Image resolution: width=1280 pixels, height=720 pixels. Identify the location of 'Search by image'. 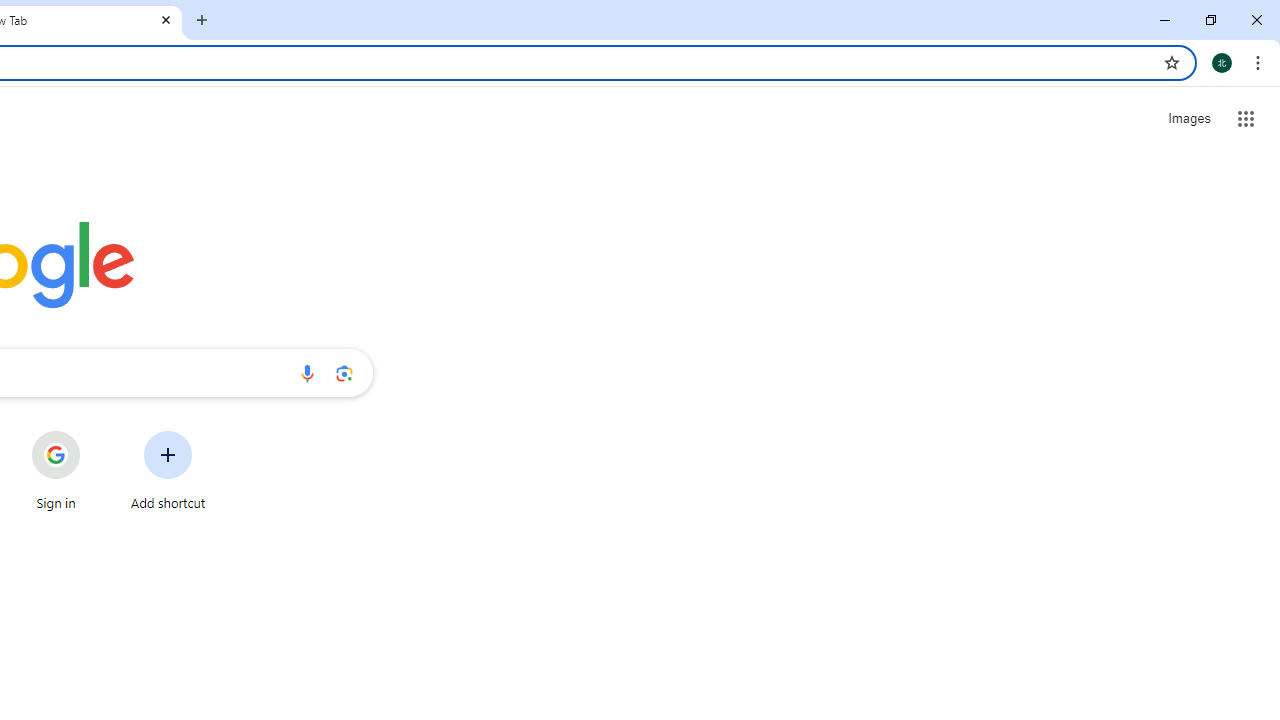
(344, 372).